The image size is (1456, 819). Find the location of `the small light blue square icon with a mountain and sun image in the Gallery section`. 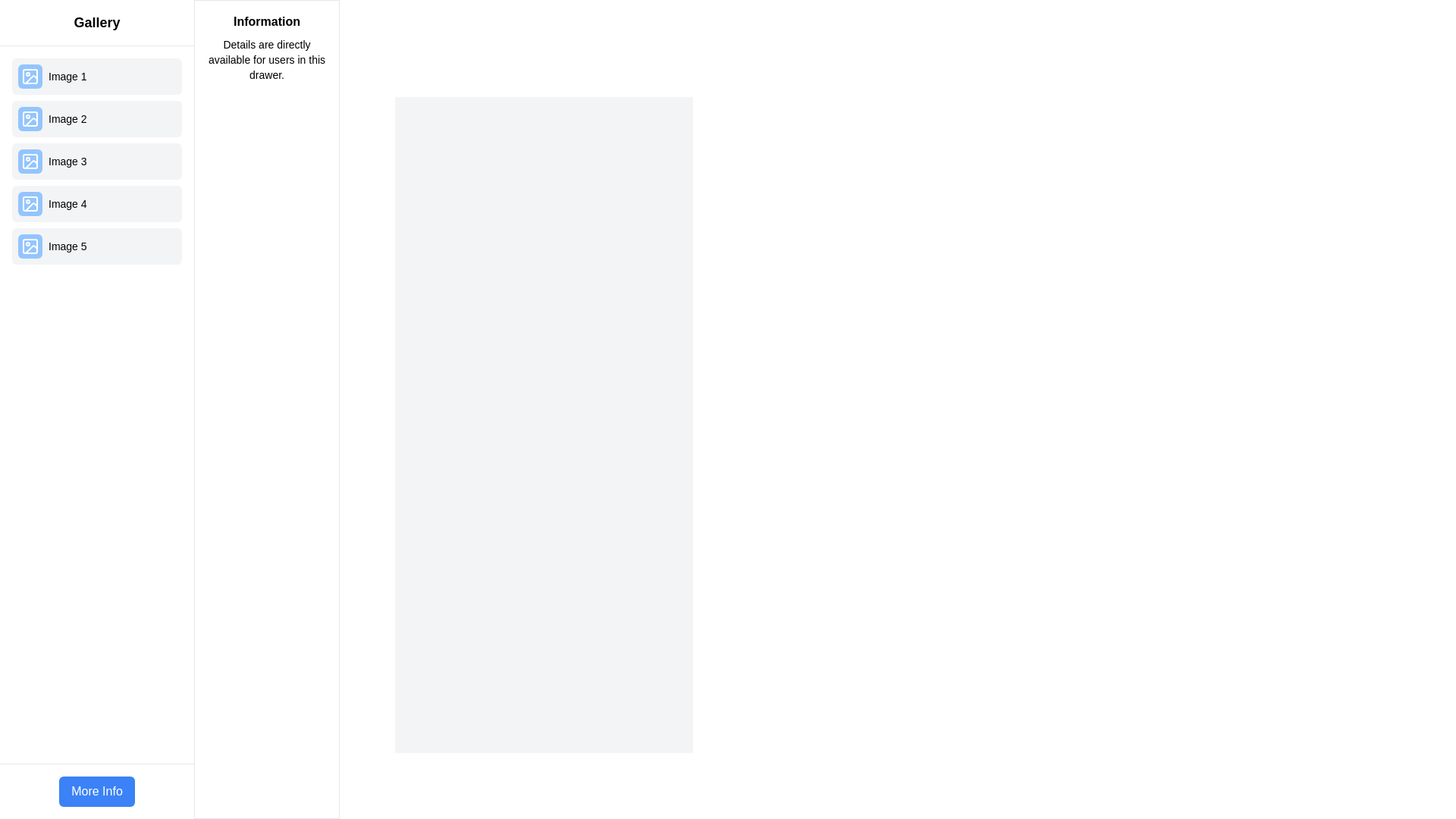

the small light blue square icon with a mountain and sun image in the Gallery section is located at coordinates (30, 161).